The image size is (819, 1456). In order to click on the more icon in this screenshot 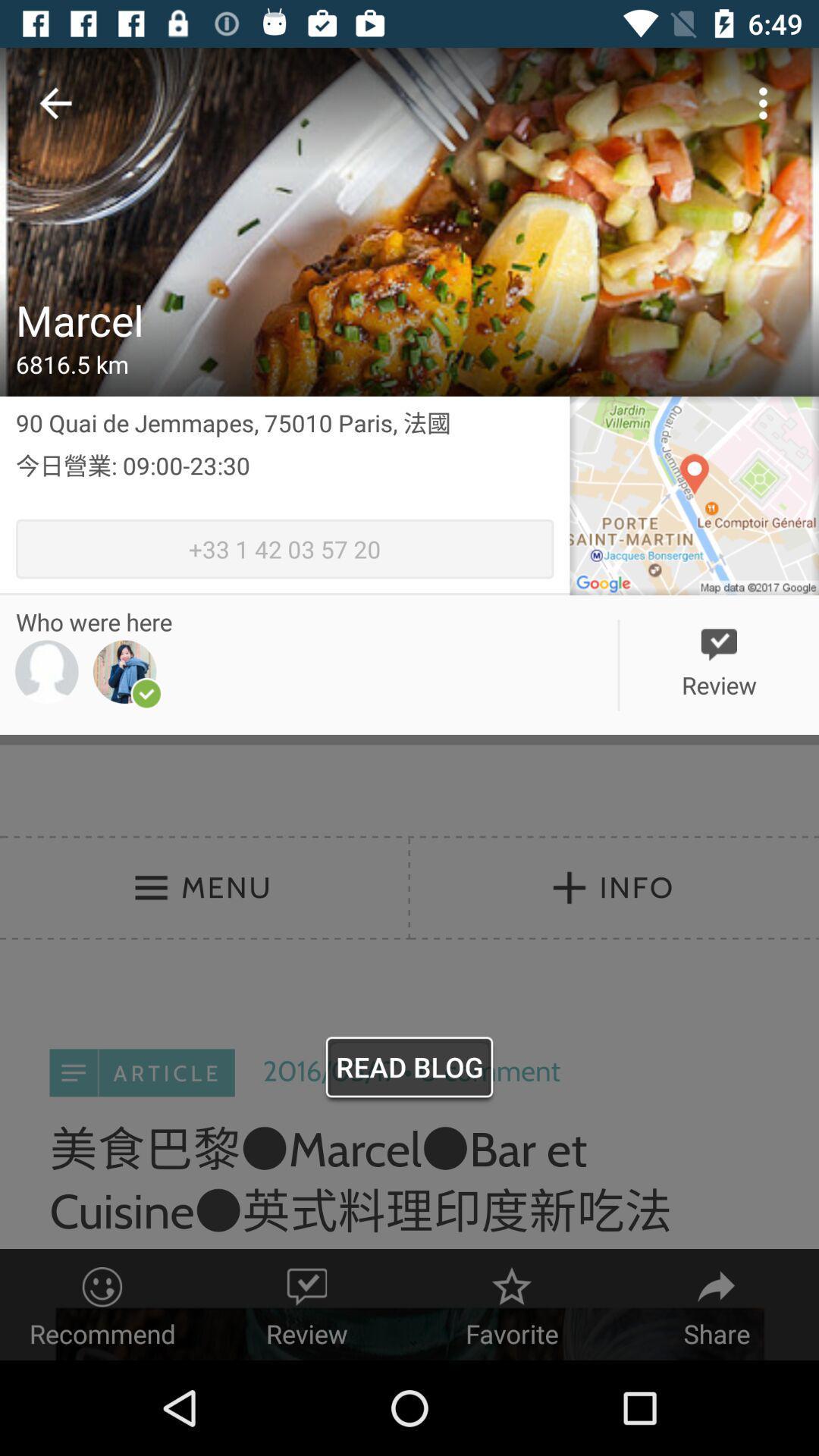, I will do `click(763, 106)`.